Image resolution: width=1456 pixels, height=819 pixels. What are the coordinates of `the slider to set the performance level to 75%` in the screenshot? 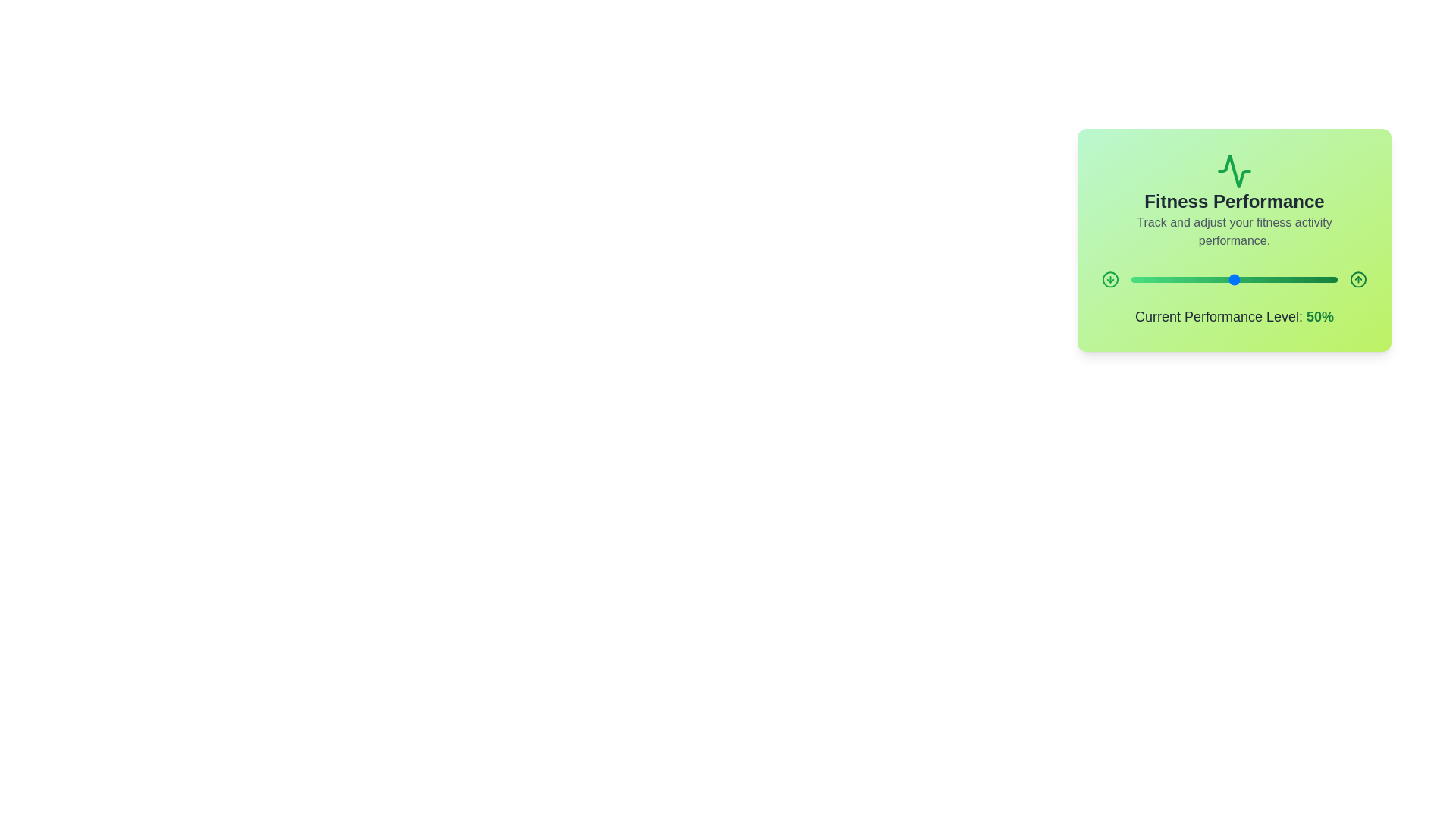 It's located at (1285, 280).